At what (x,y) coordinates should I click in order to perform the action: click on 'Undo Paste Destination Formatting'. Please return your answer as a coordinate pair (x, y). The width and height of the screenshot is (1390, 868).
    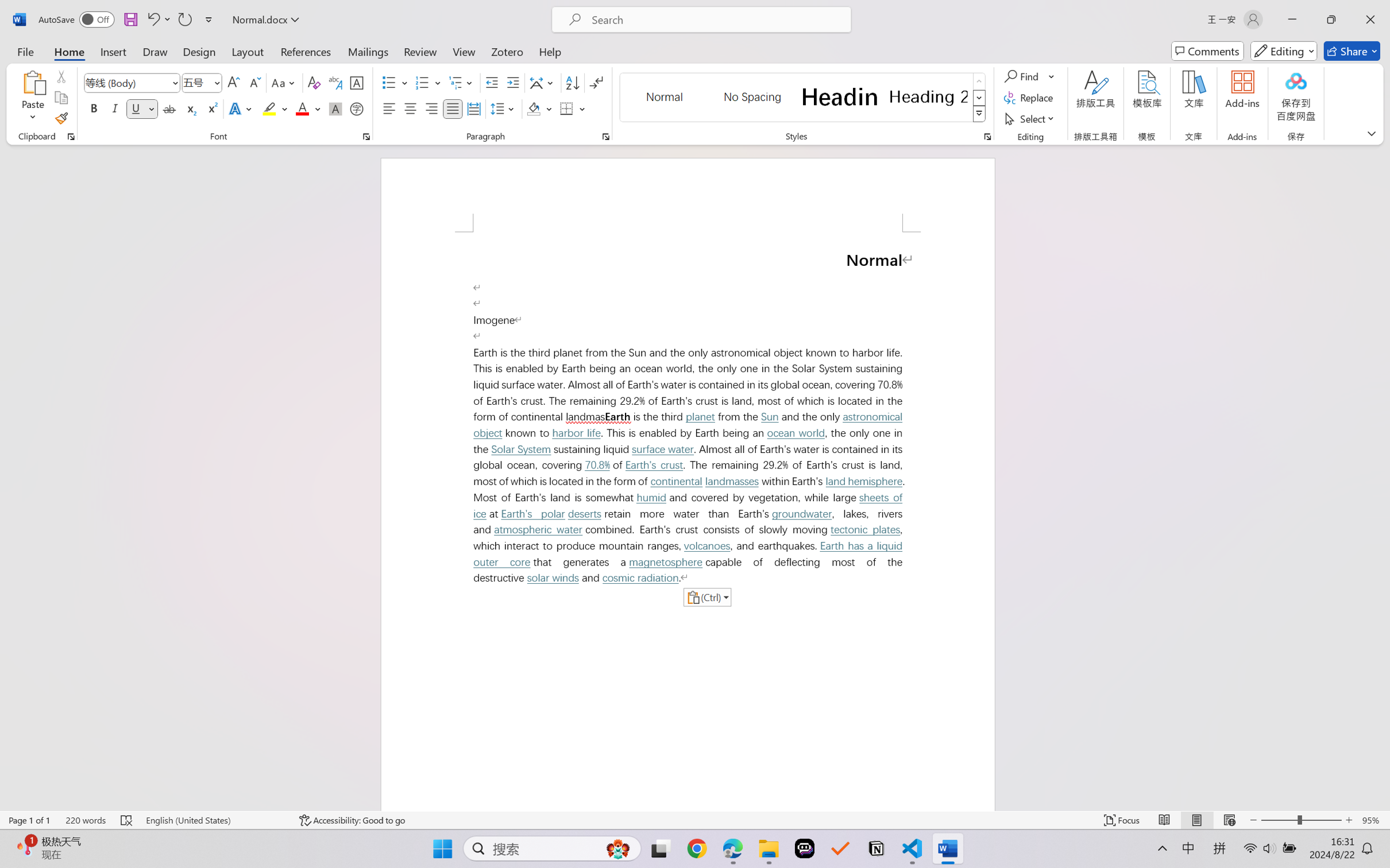
    Looking at the image, I should click on (152, 19).